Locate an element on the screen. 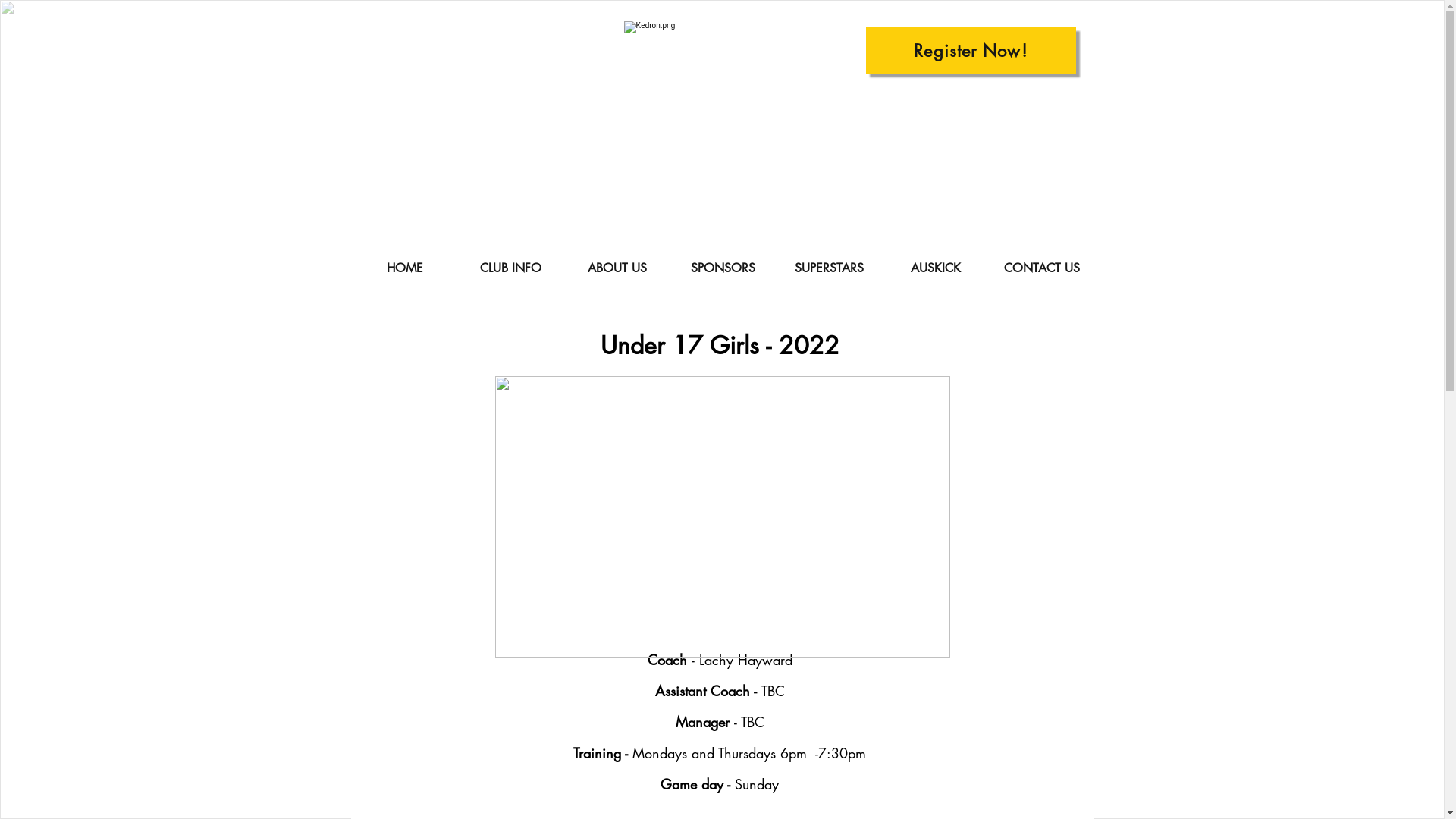 The image size is (1456, 819). 'Register Now!' is located at coordinates (971, 49).